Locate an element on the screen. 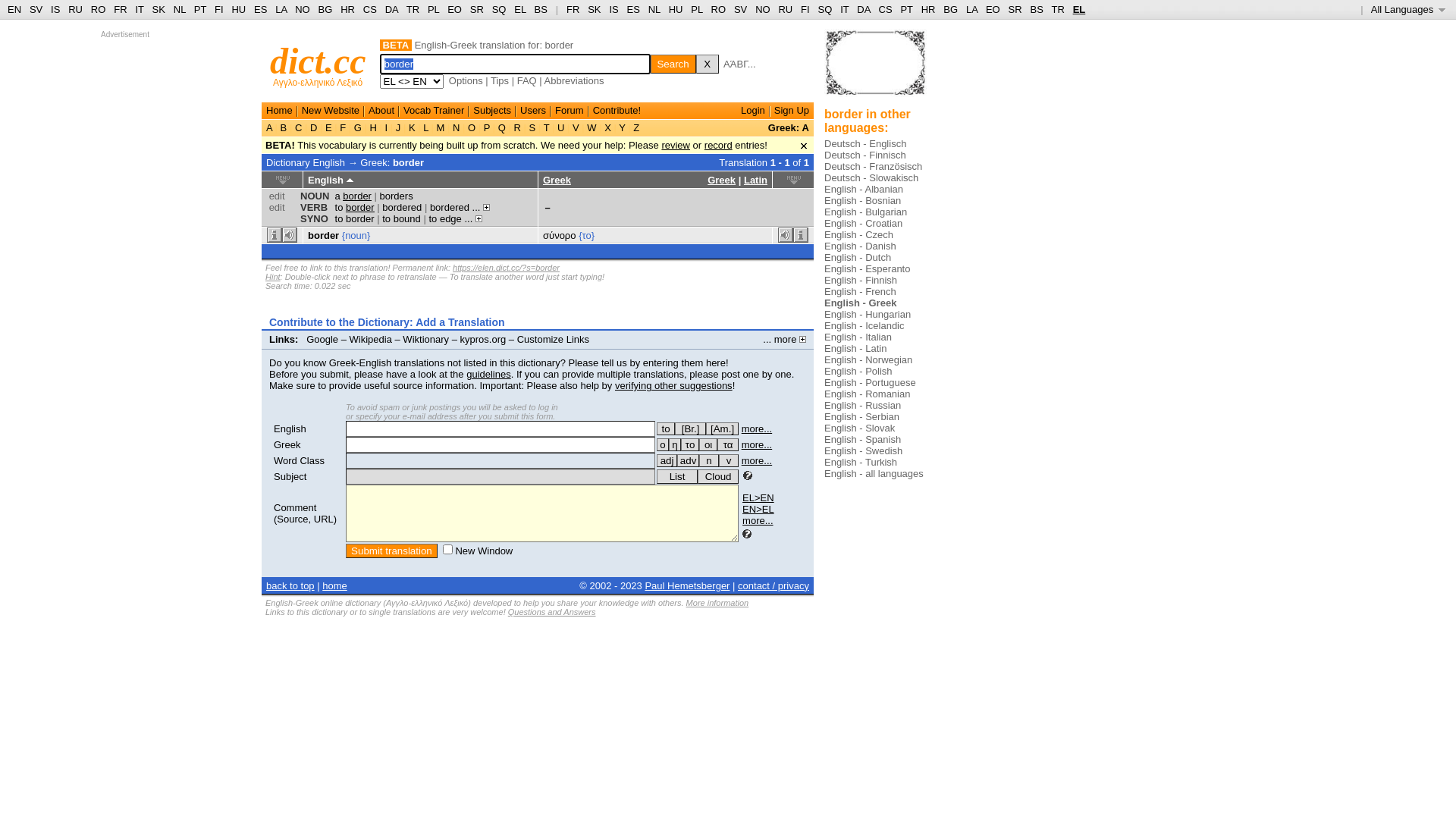  'to border' is located at coordinates (353, 218).